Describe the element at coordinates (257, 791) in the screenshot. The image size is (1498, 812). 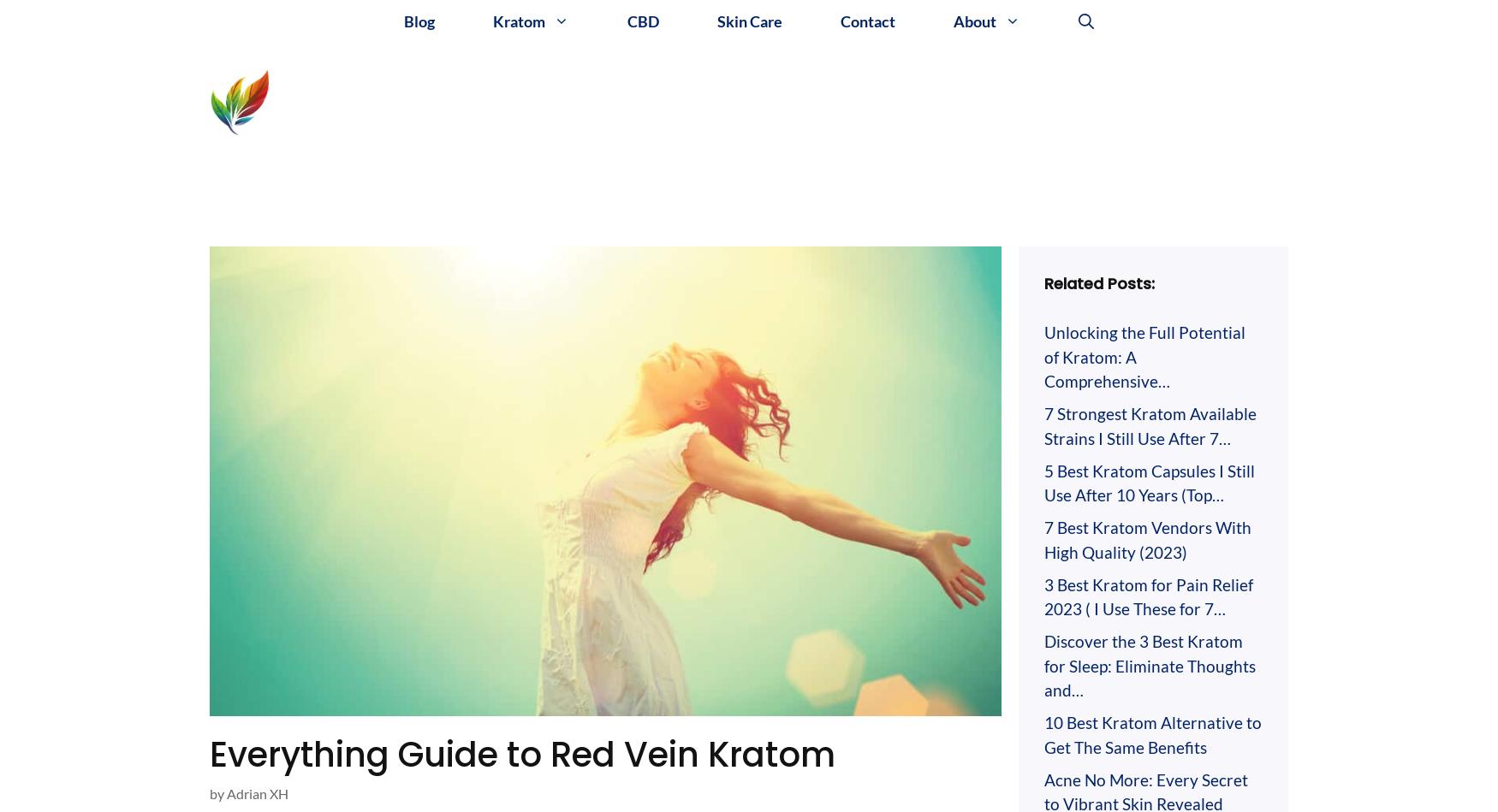
I see `'Adrian XH'` at that location.